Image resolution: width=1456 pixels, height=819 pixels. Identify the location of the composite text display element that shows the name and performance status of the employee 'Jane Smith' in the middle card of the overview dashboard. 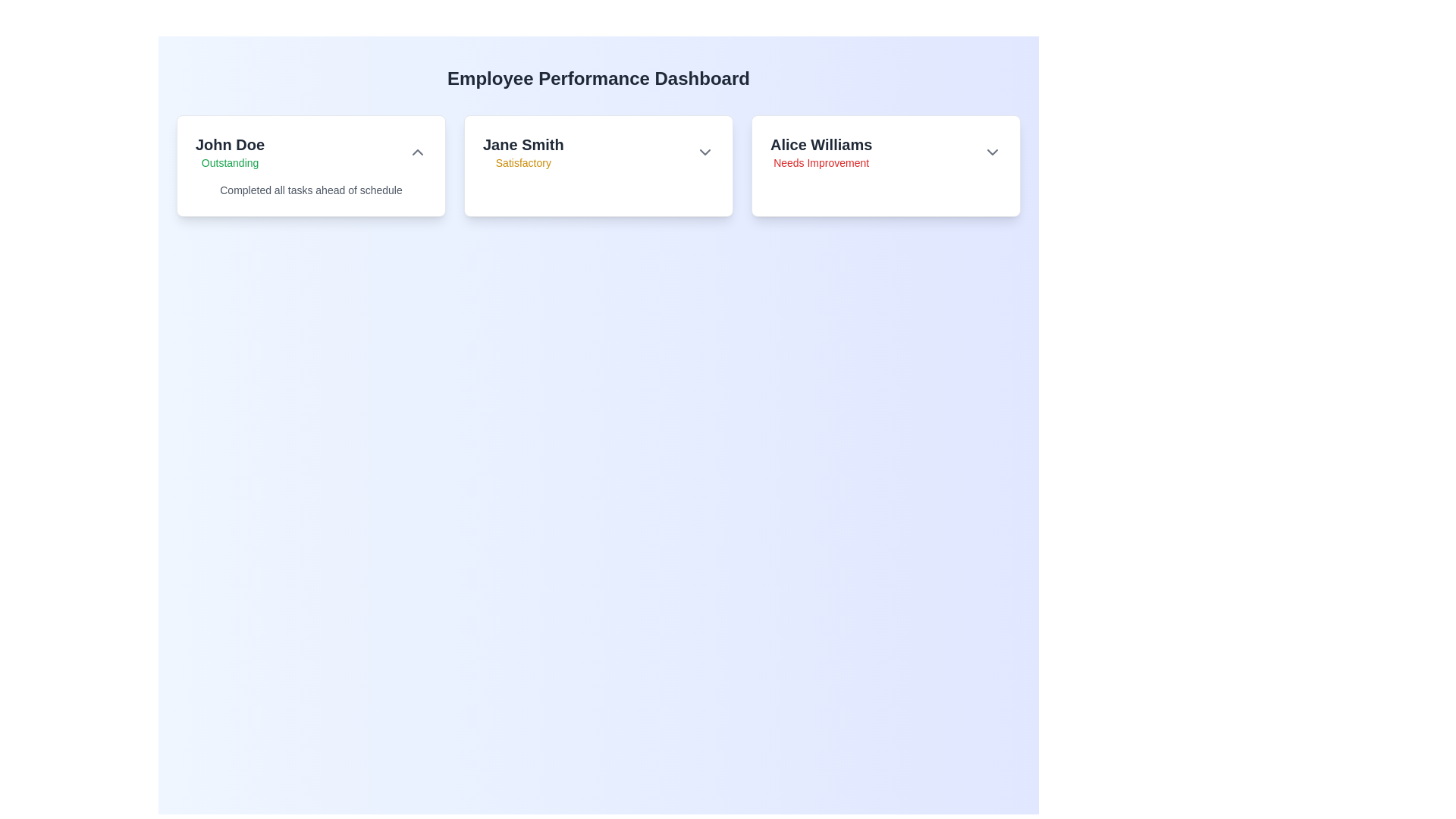
(523, 152).